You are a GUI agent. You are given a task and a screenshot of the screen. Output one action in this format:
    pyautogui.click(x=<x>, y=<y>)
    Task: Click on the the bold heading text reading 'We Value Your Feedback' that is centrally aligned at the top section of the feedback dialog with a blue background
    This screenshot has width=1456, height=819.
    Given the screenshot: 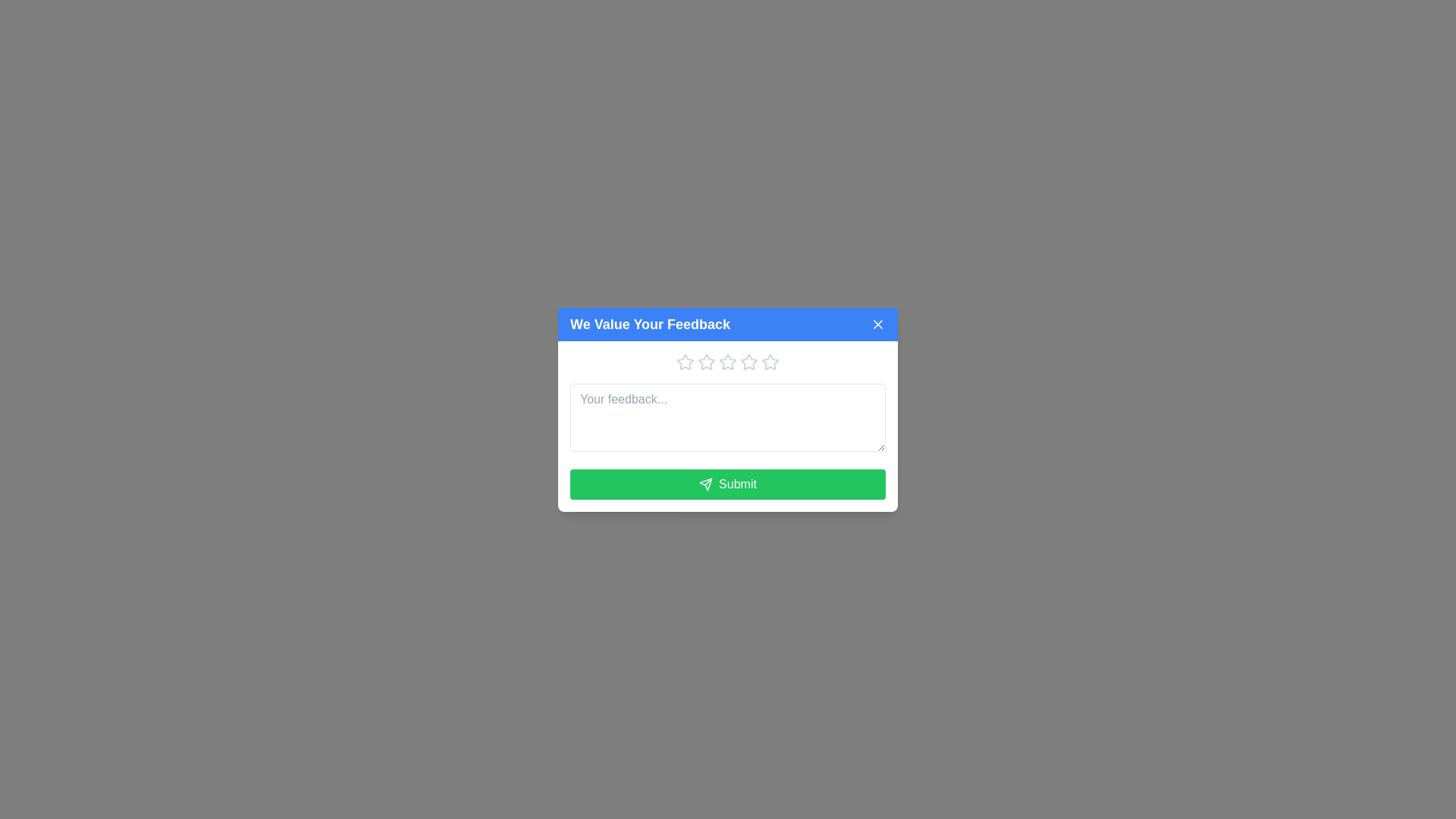 What is the action you would take?
    pyautogui.click(x=650, y=323)
    